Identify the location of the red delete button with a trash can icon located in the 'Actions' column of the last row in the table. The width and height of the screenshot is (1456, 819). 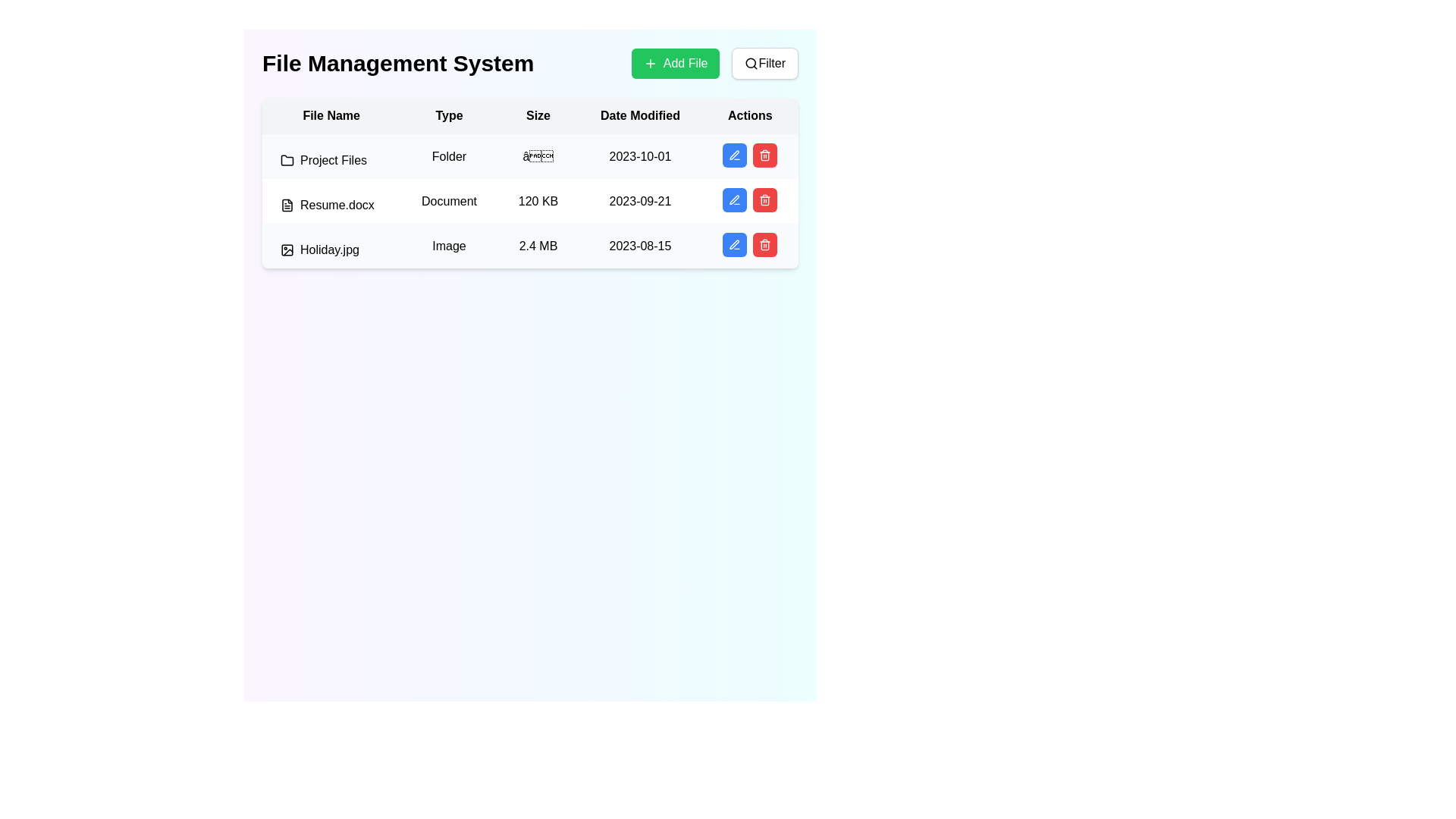
(765, 244).